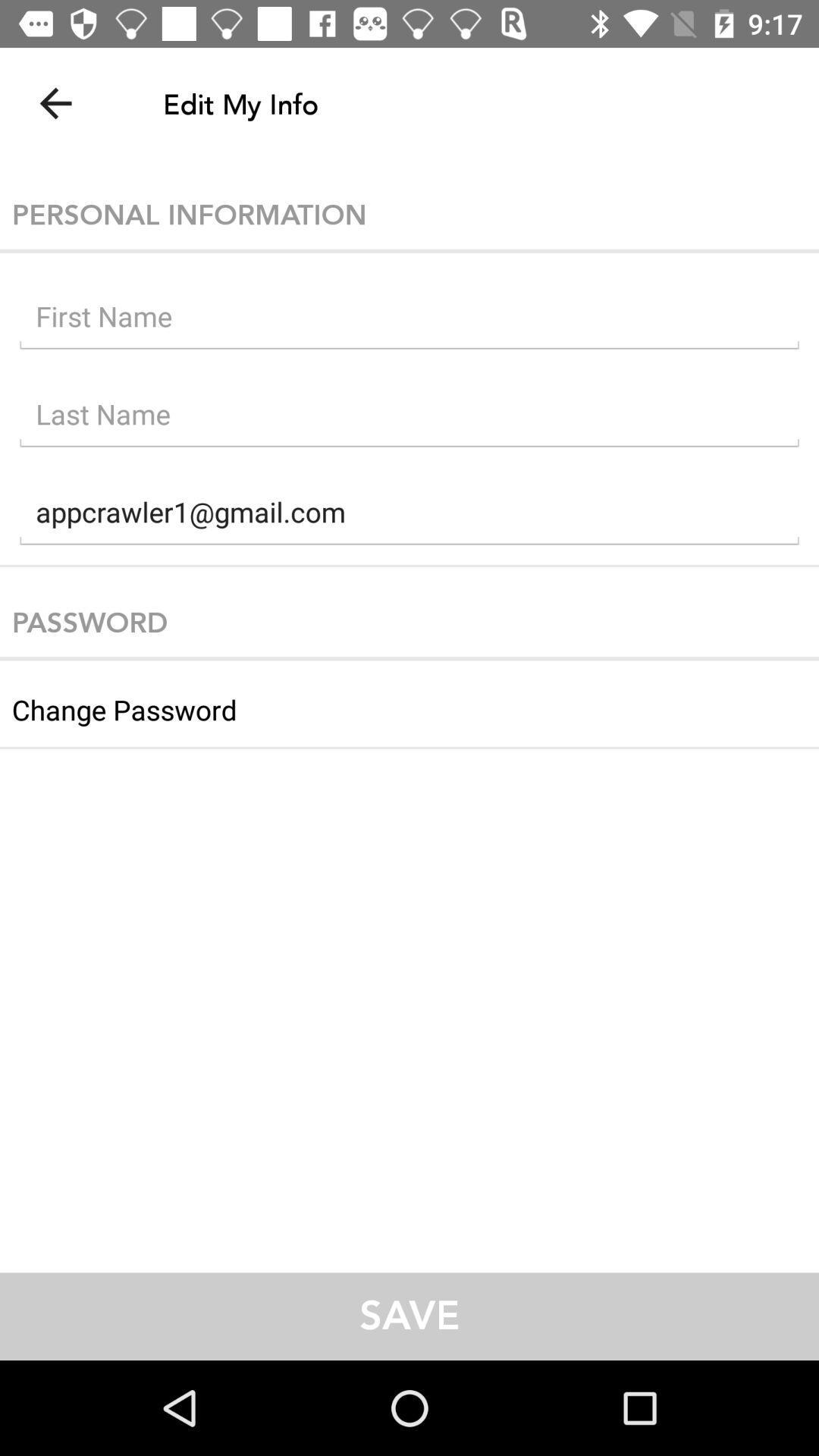  I want to click on the item above the personal information item, so click(55, 102).